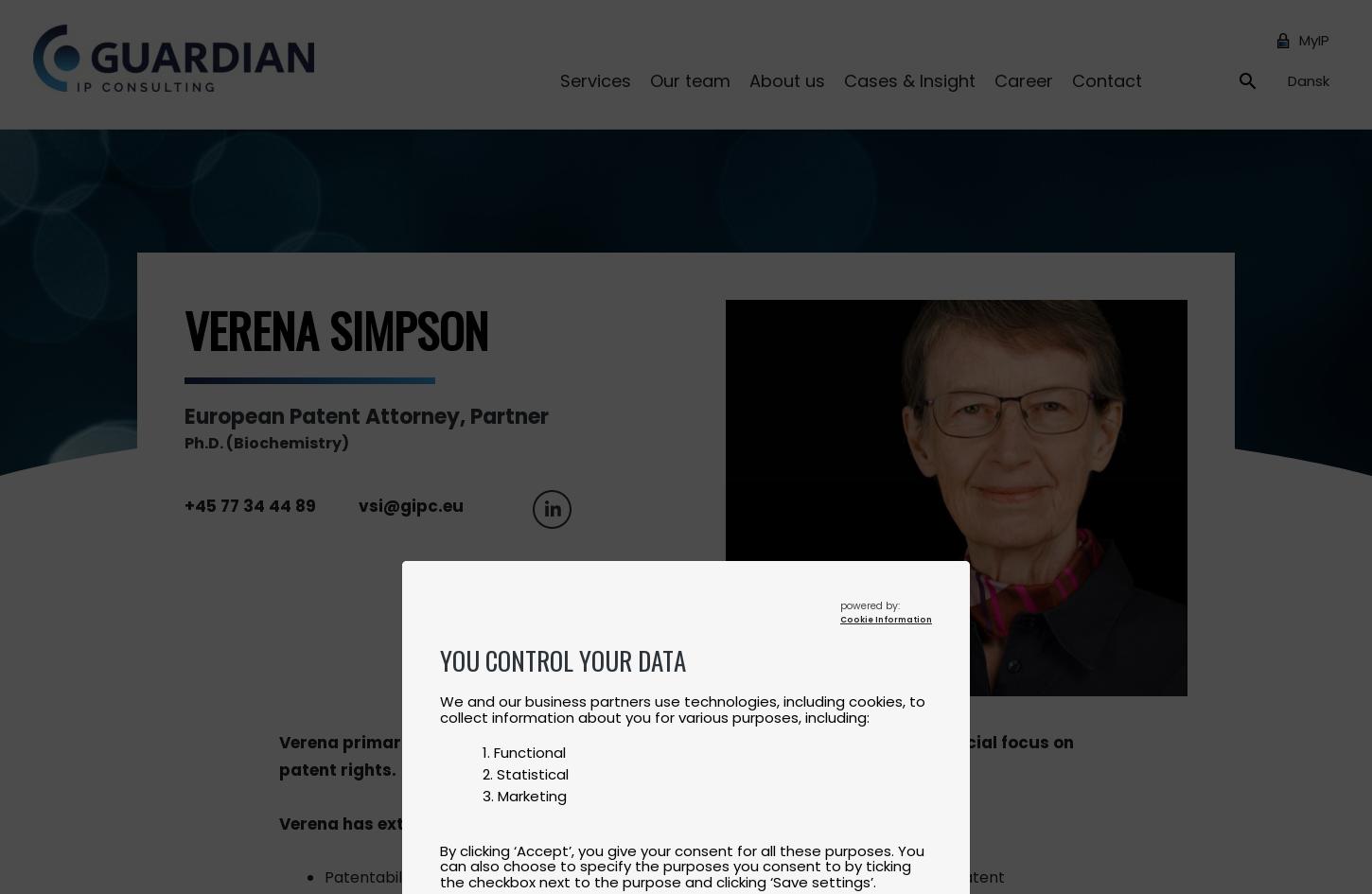 The height and width of the screenshot is (894, 1372). I want to click on 'Dansk', so click(1308, 79).